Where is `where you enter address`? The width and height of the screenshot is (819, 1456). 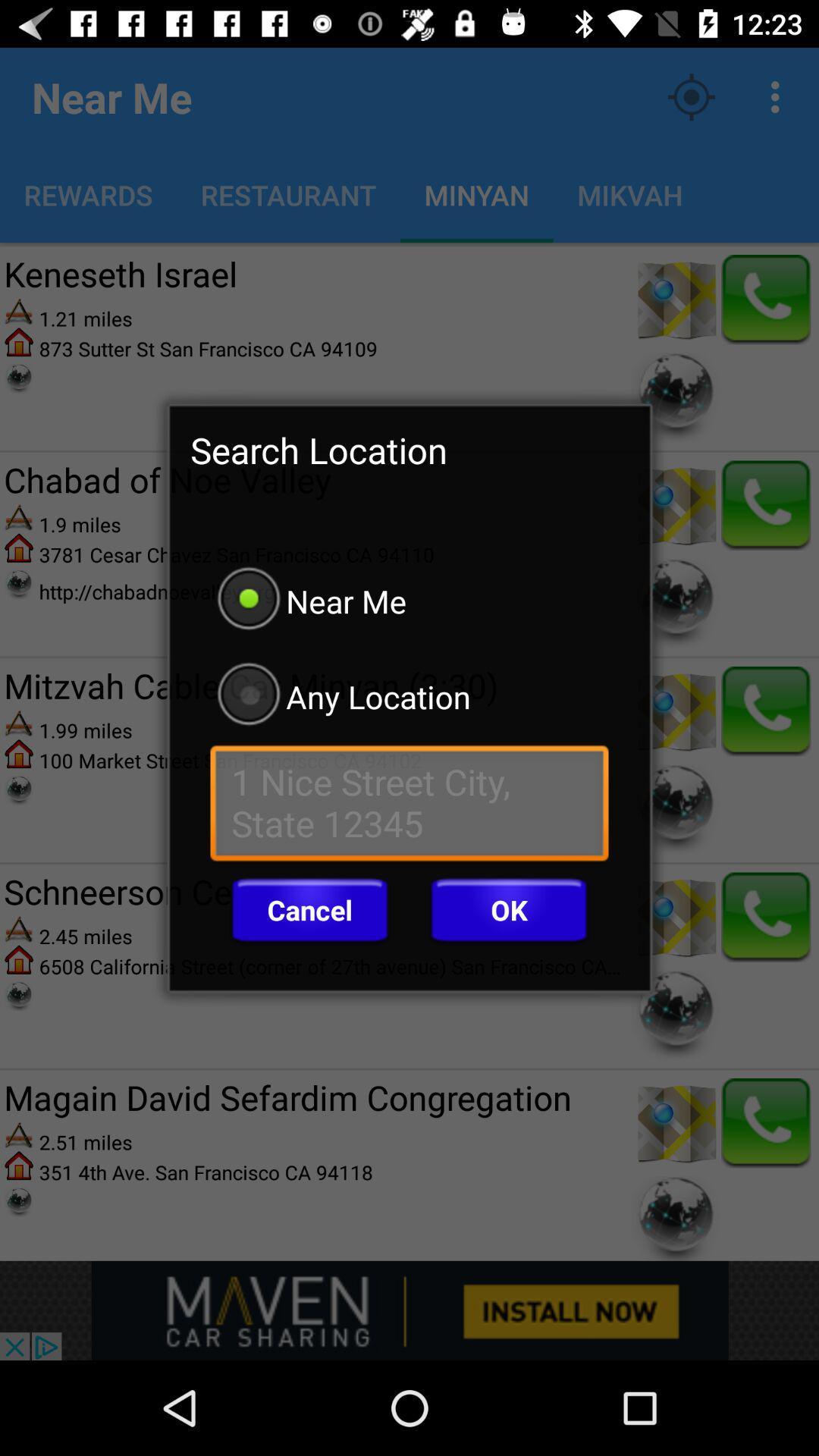
where you enter address is located at coordinates (409, 806).